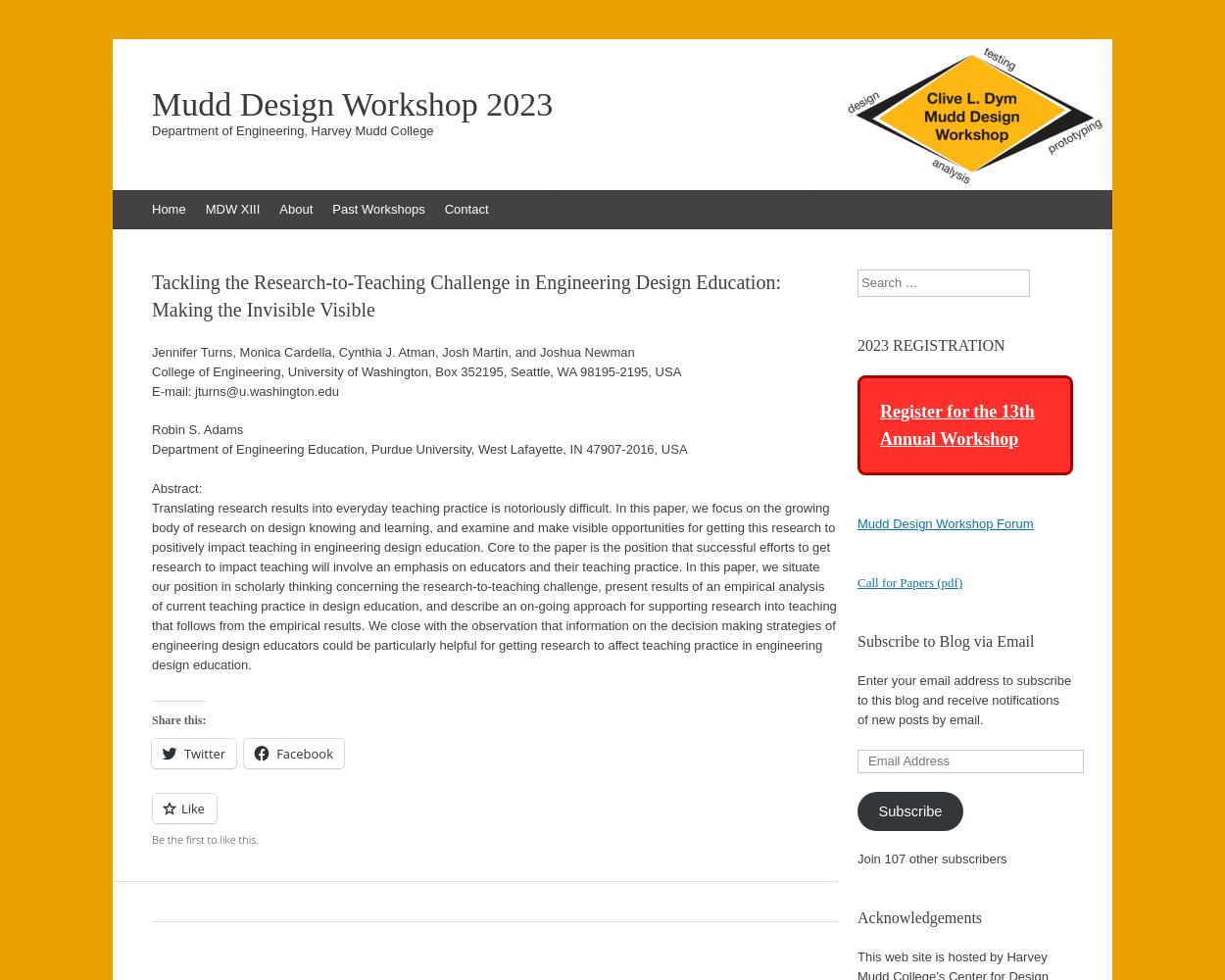 This screenshot has height=980, width=1225. What do you see at coordinates (930, 344) in the screenshot?
I see `'2023 REGISTRATION'` at bounding box center [930, 344].